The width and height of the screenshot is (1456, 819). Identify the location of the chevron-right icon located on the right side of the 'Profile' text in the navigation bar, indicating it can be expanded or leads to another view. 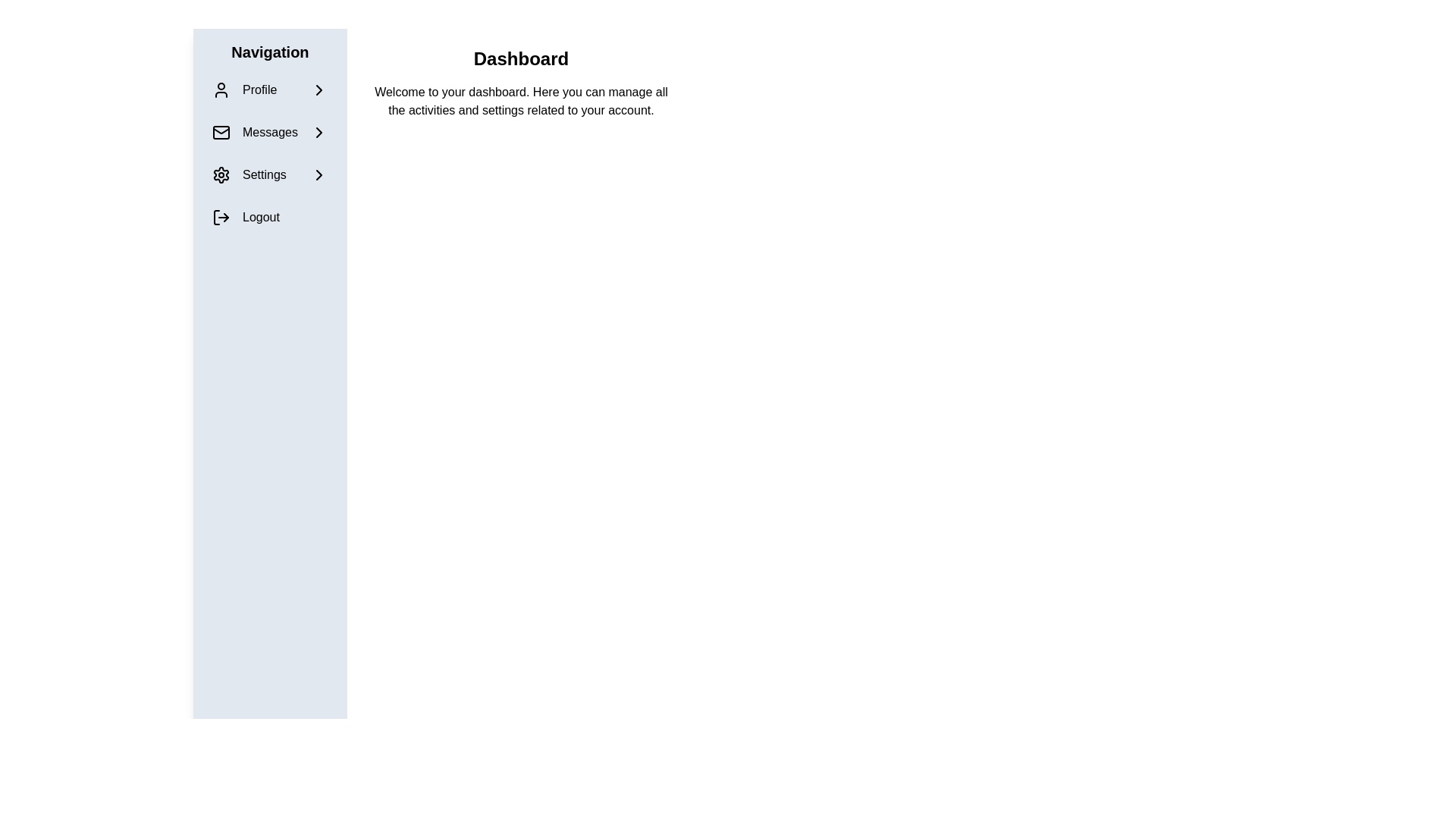
(318, 90).